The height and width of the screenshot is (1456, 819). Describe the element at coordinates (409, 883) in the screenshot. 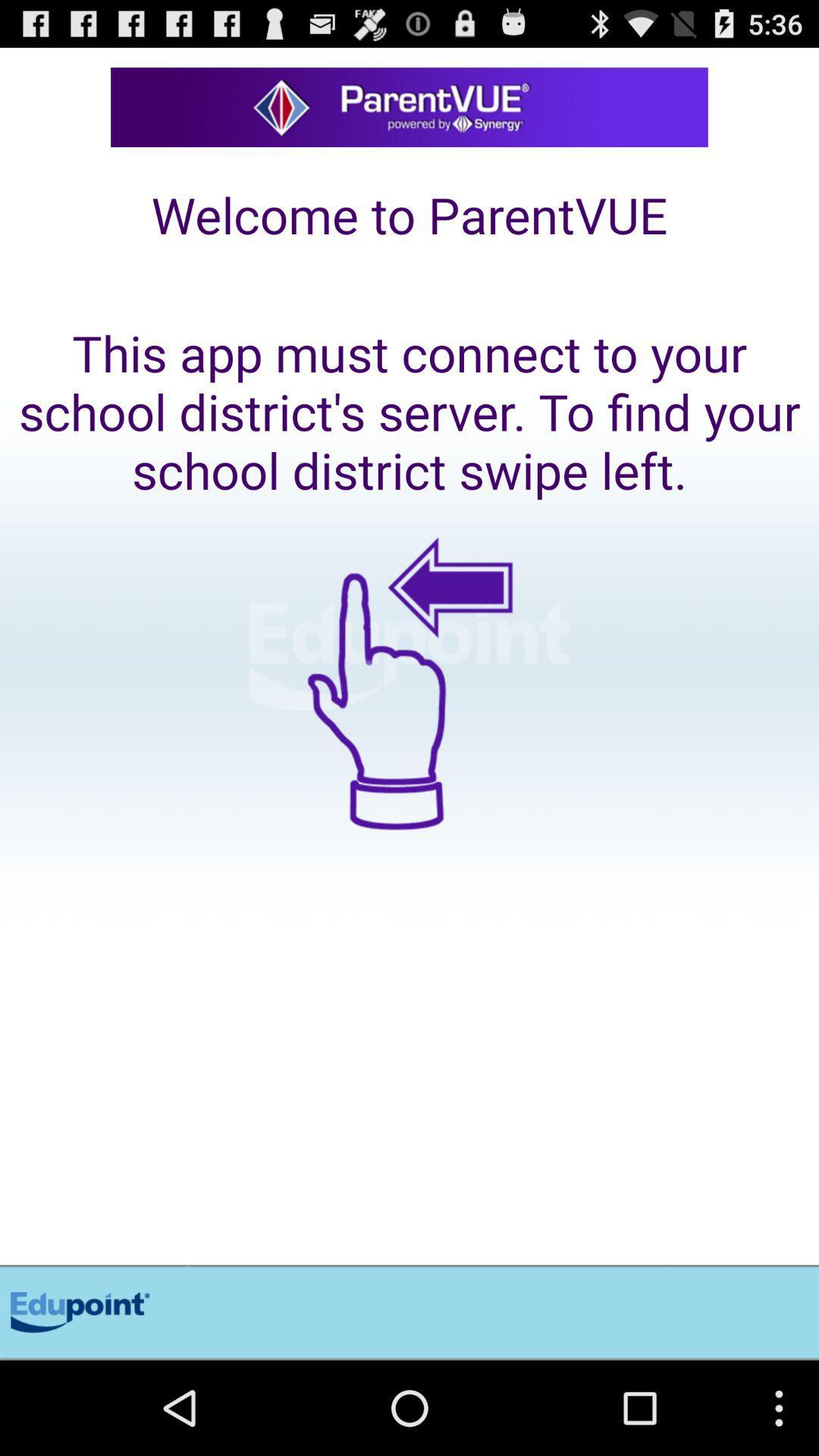

I see `the item below this app must item` at that location.